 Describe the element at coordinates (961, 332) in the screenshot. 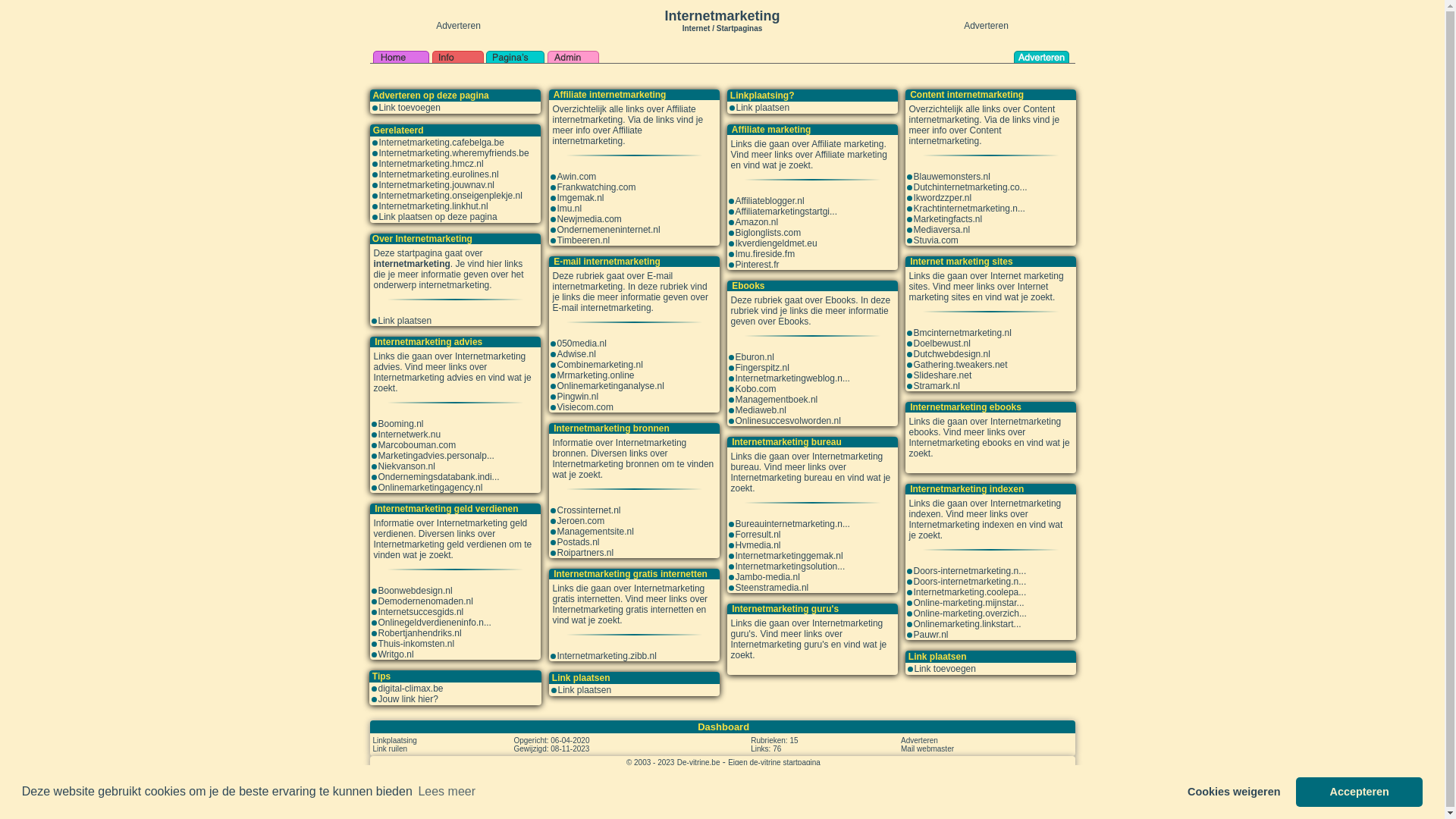

I see `'Bmcinternetmarketing.nl'` at that location.